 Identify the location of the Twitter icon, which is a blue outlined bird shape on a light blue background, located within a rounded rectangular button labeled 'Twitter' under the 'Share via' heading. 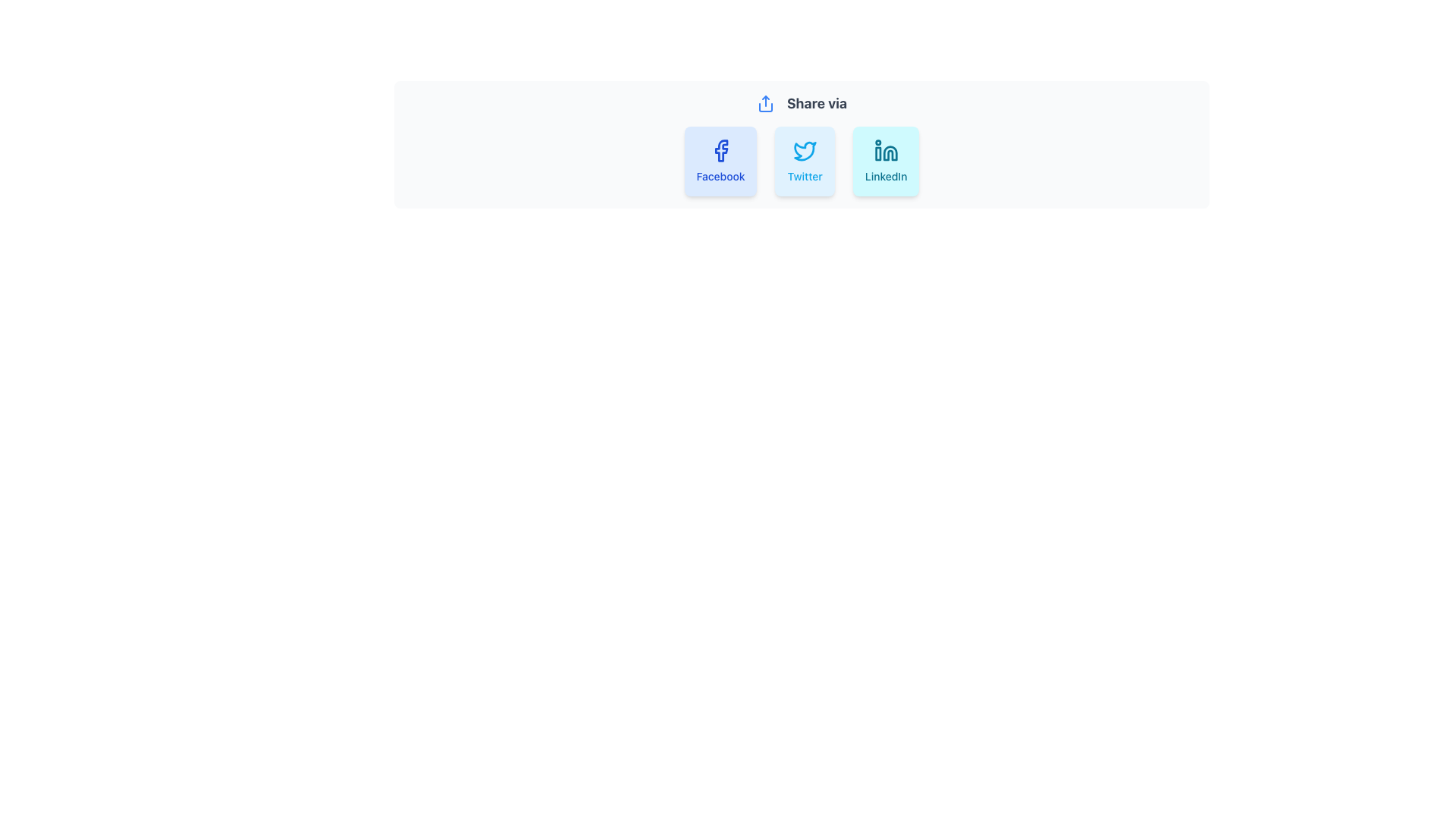
(804, 151).